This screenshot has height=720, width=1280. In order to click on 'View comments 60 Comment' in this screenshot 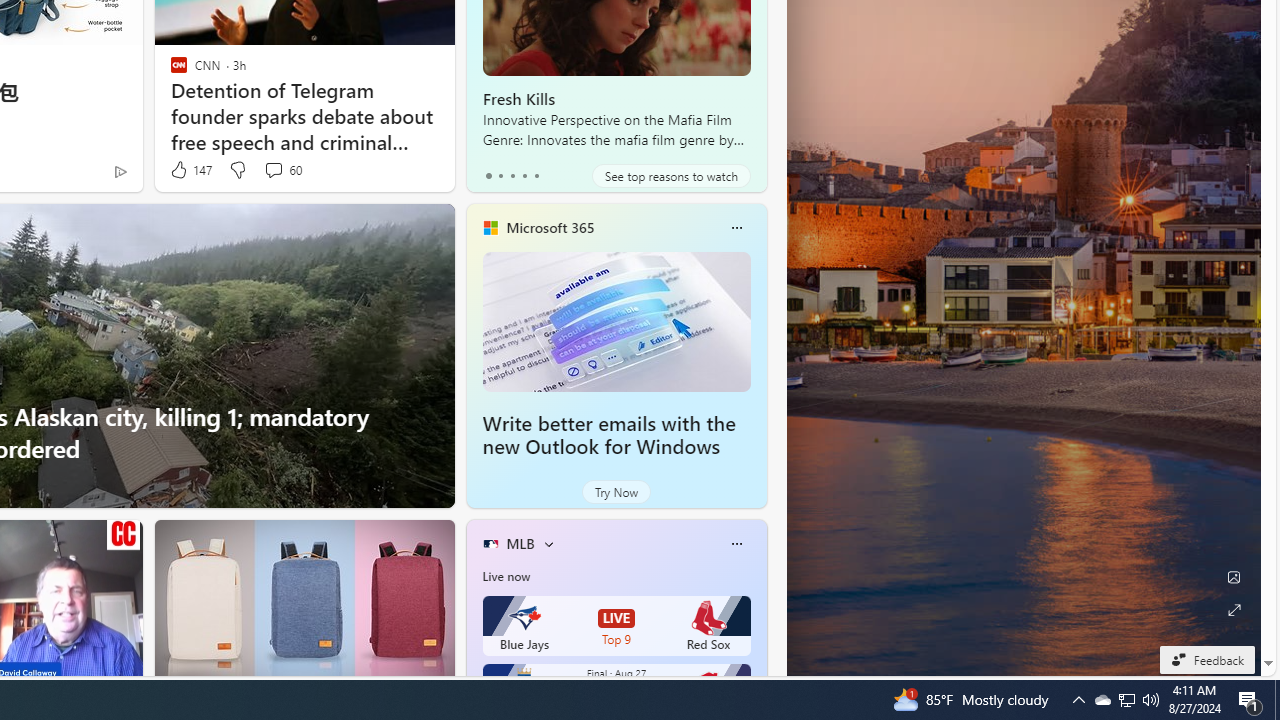, I will do `click(272, 168)`.